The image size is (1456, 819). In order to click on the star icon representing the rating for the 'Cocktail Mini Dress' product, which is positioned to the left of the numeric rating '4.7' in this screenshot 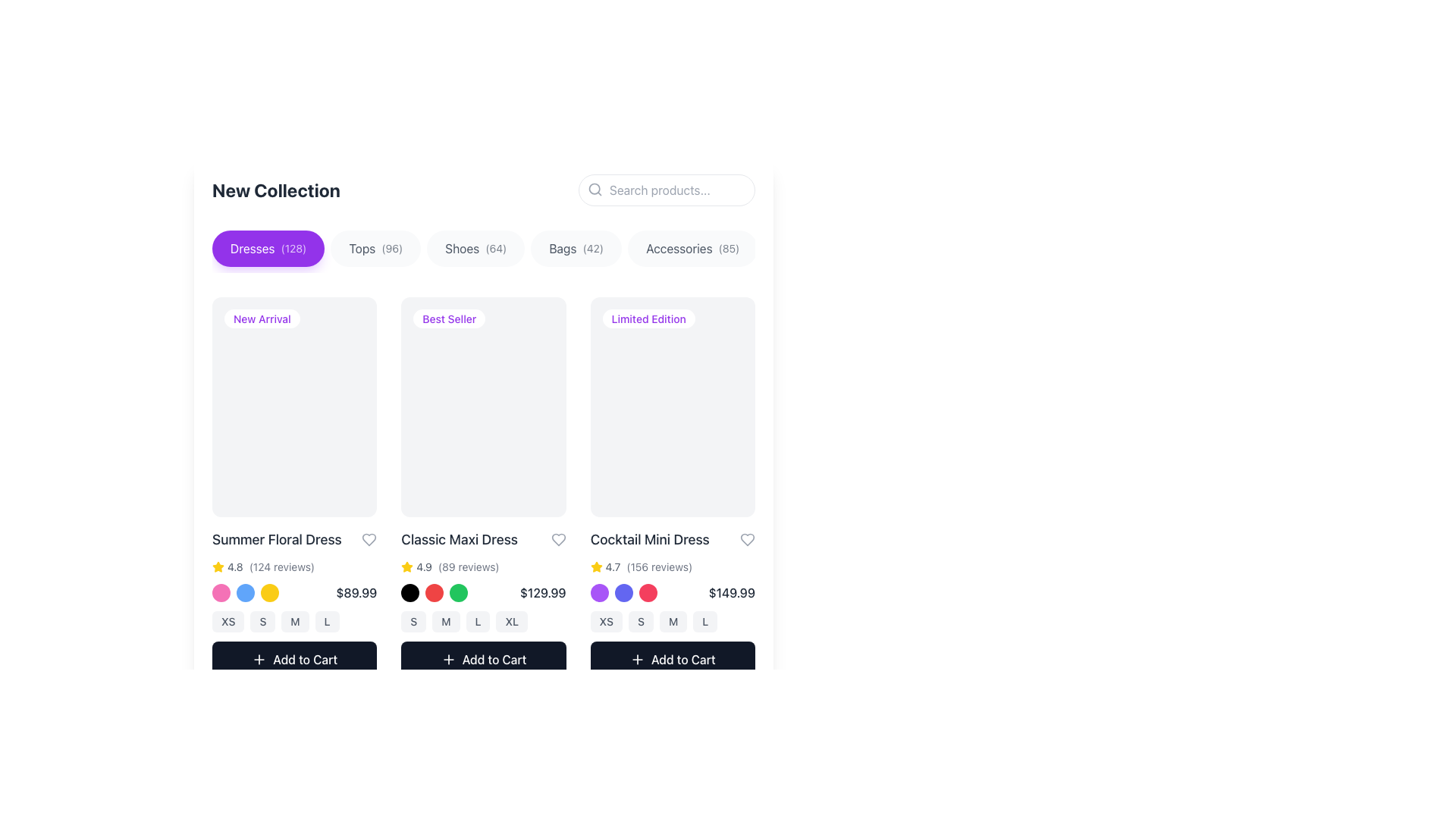, I will do `click(595, 566)`.